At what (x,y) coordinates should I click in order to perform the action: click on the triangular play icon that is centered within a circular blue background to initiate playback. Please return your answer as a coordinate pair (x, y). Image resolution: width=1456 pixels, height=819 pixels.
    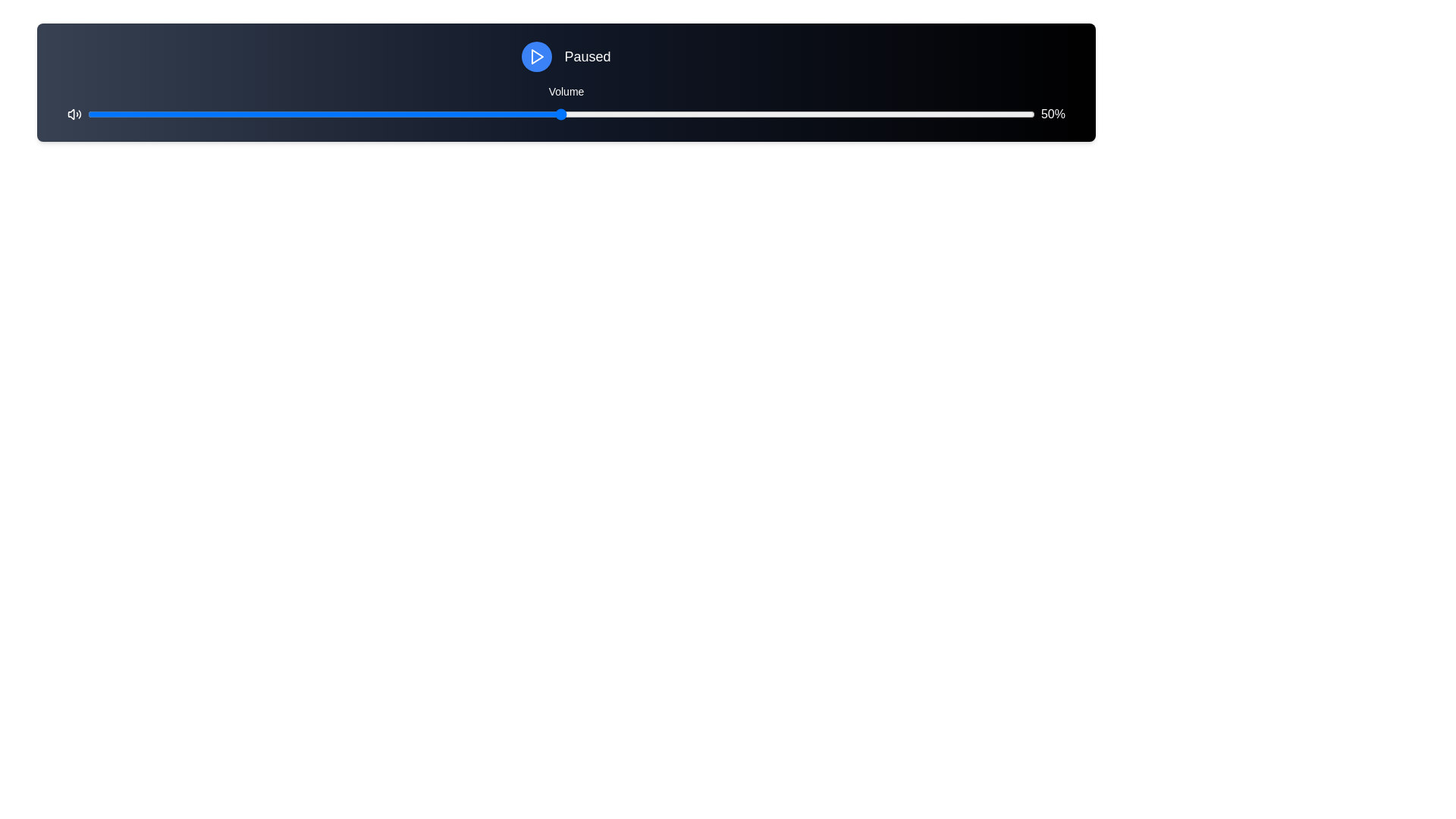
    Looking at the image, I should click on (537, 55).